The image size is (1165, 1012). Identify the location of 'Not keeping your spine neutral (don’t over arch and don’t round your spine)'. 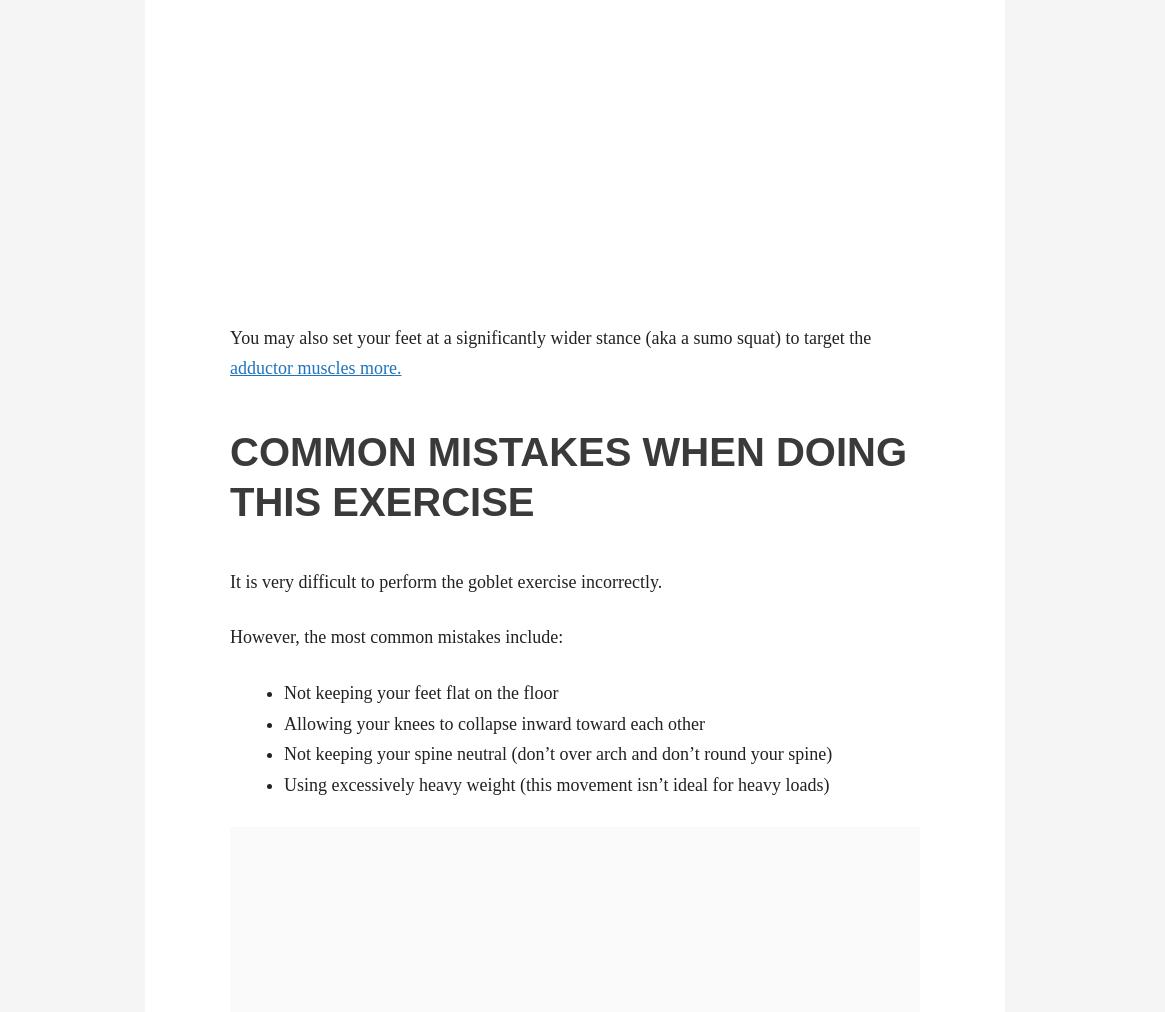
(558, 754).